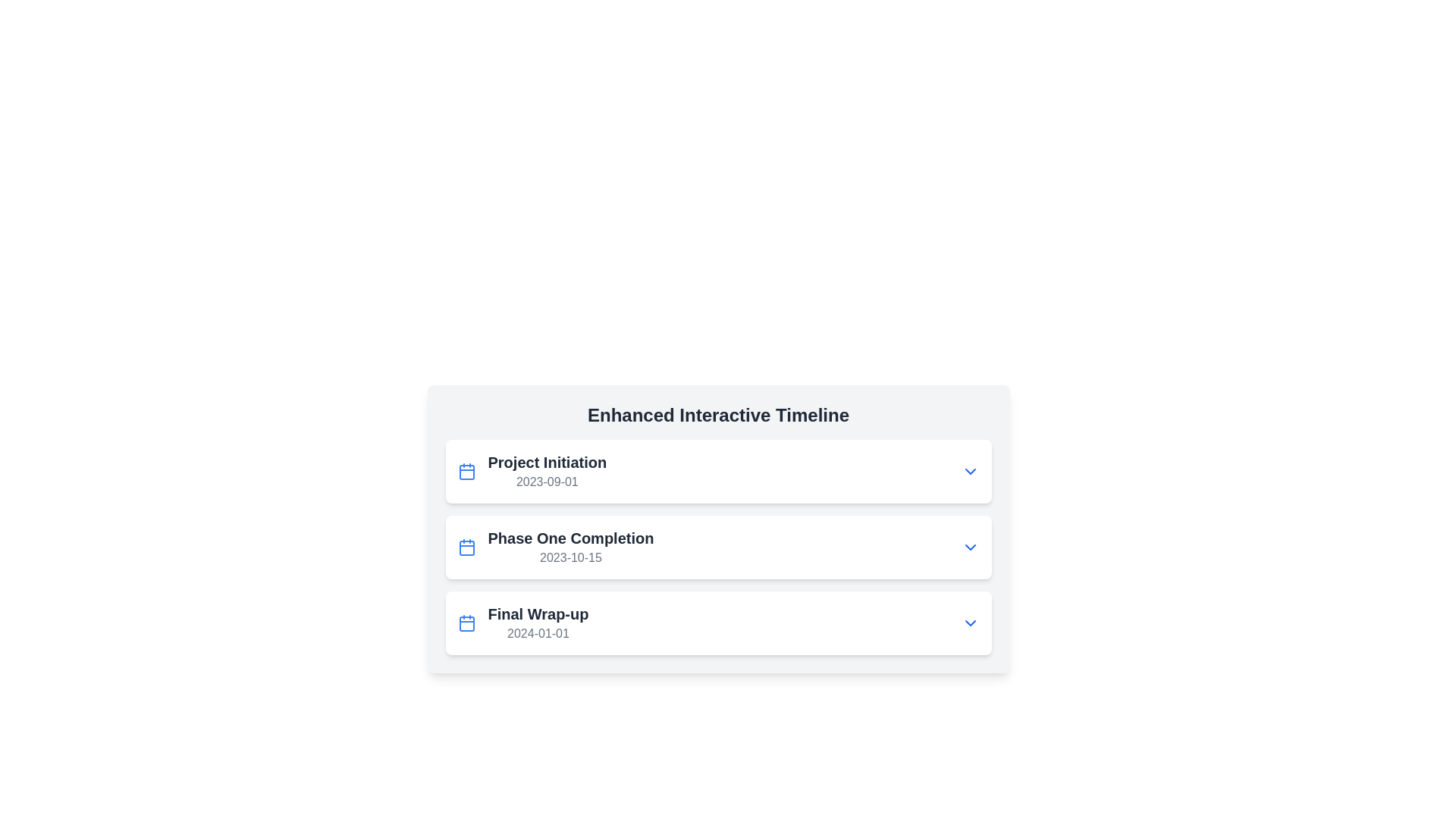  What do you see at coordinates (555, 547) in the screenshot?
I see `the second timeline event marker that displays a milestone or task along with an associated date, located between 'Project Initiation' and 'Final Wrap-up'` at bounding box center [555, 547].